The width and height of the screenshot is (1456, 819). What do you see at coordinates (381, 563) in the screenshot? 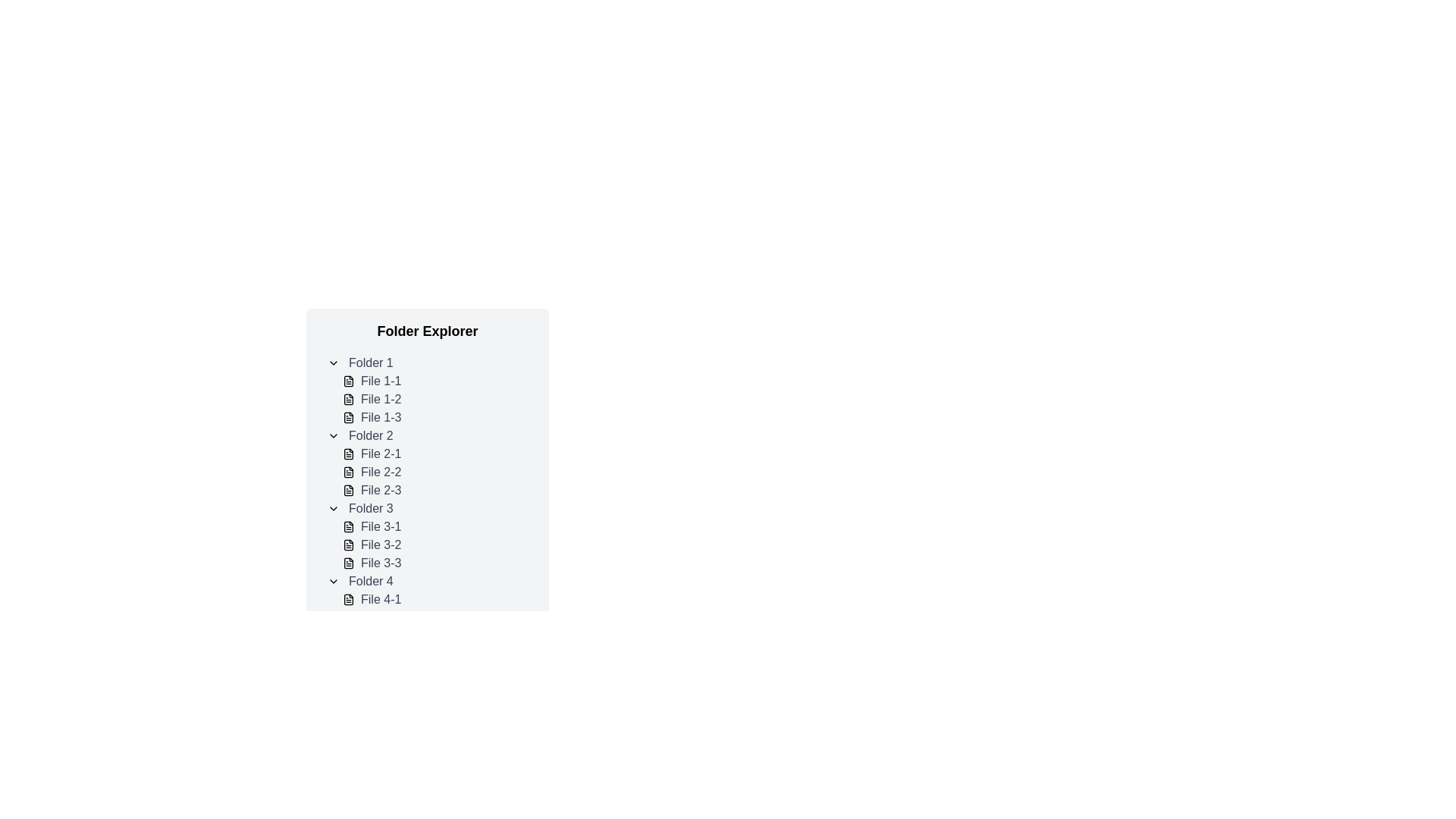
I see `text label displaying 'File 3-3' located under 'Folder 3' in the folder view` at bounding box center [381, 563].